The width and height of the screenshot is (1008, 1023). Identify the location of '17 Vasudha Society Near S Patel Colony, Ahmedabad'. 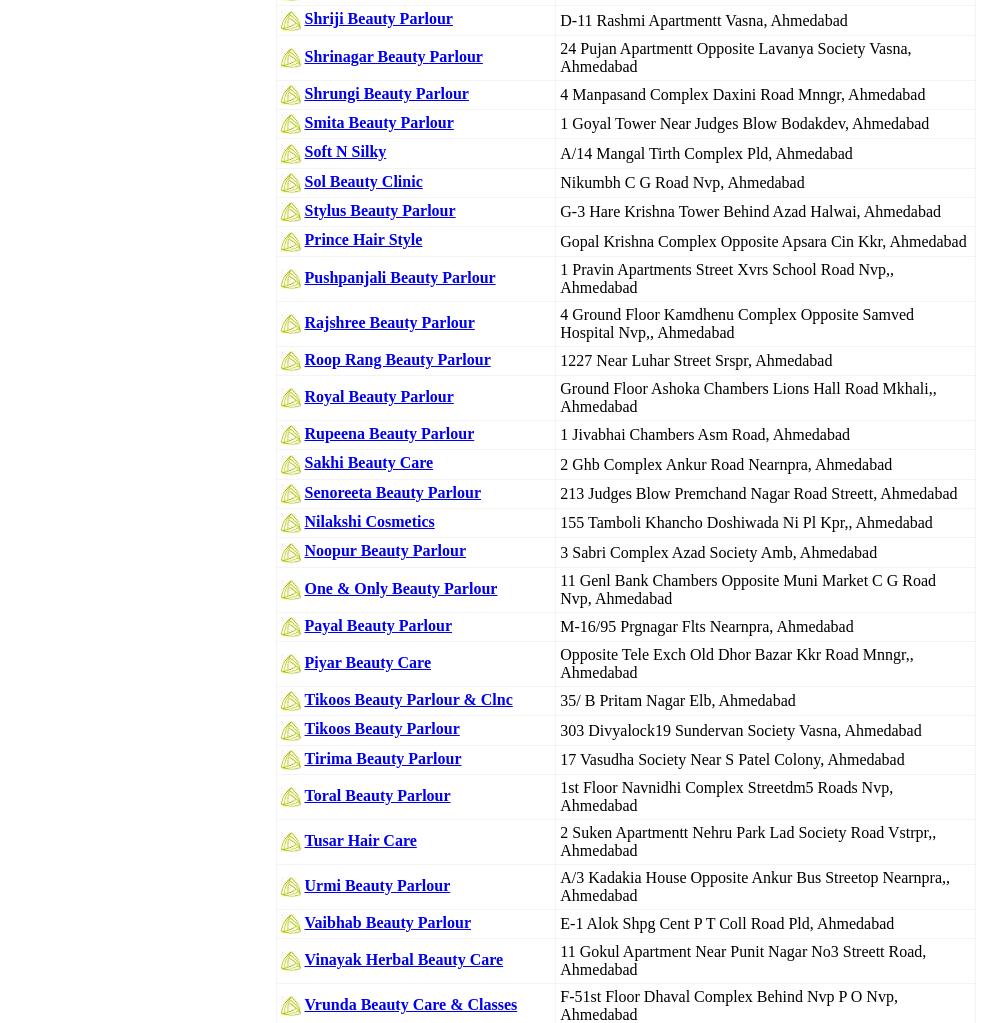
(732, 757).